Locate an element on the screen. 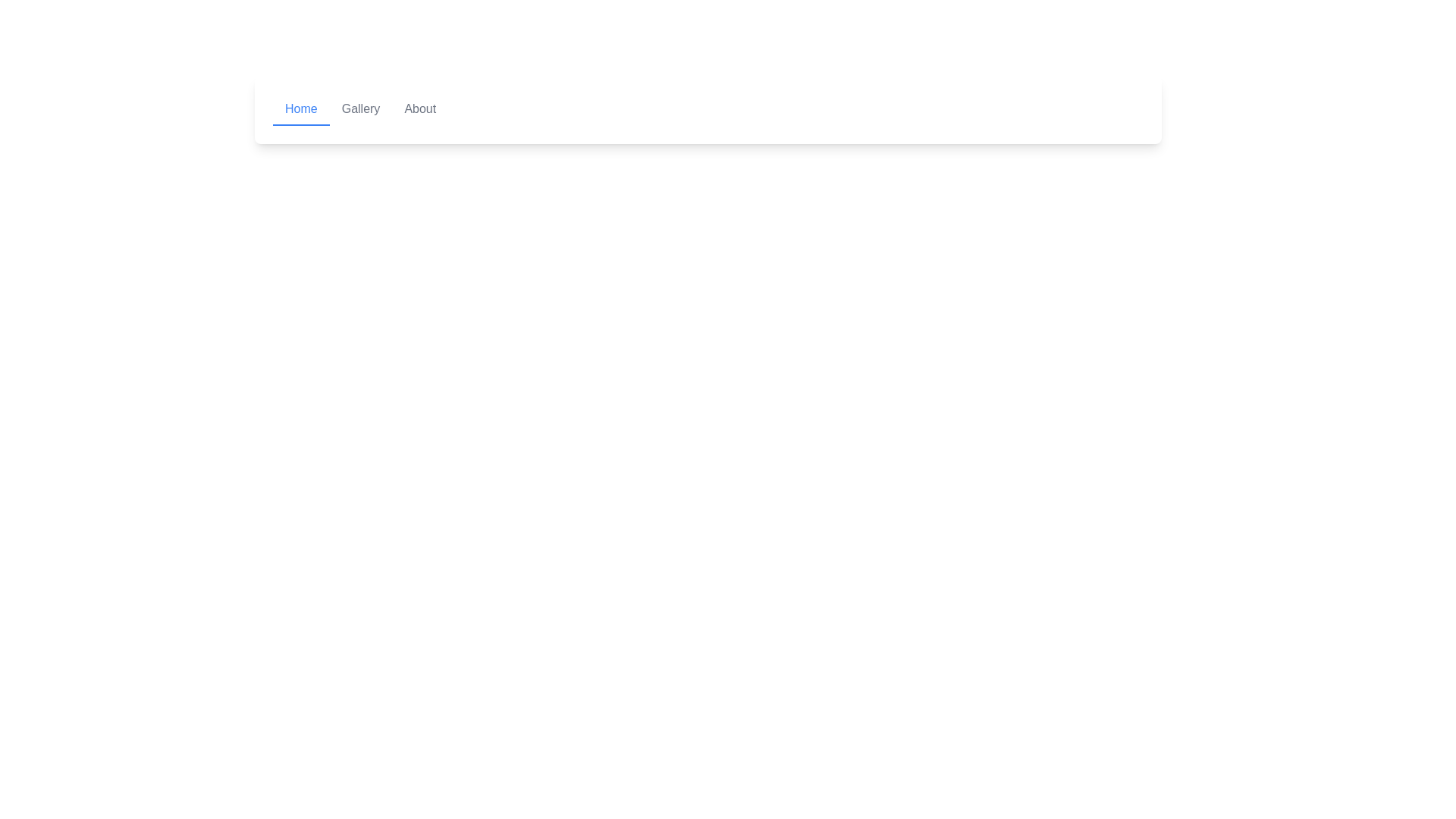 The width and height of the screenshot is (1456, 819). the 'About' text-based link, which is the third item in the horizontal navigation menu, located to the right of the 'Gallery' link is located at coordinates (420, 109).